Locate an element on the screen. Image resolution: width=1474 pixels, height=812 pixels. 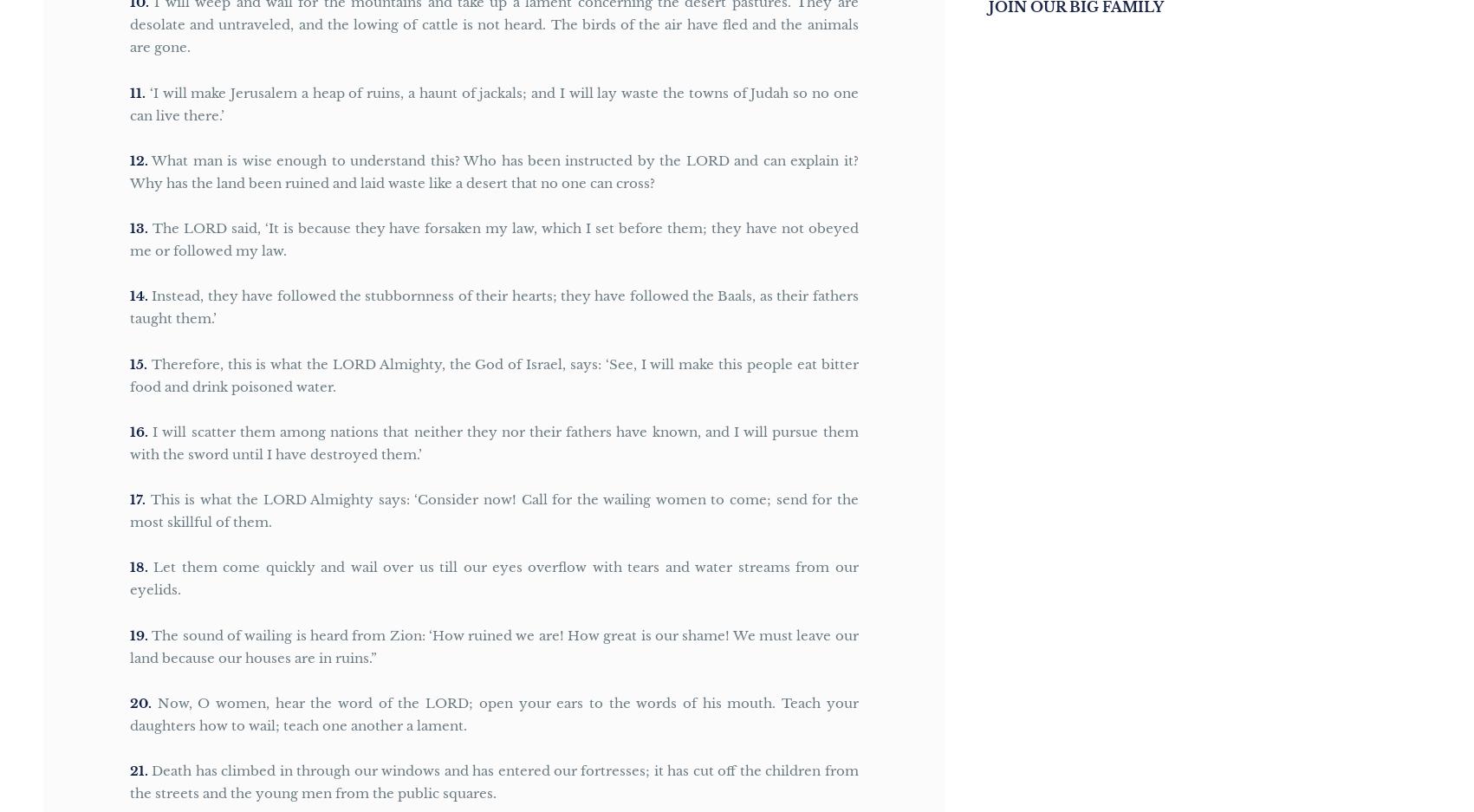
'Let them come quickly and wail over us till our eyes overflow with tears and water streams from our eyelids.' is located at coordinates (494, 577).